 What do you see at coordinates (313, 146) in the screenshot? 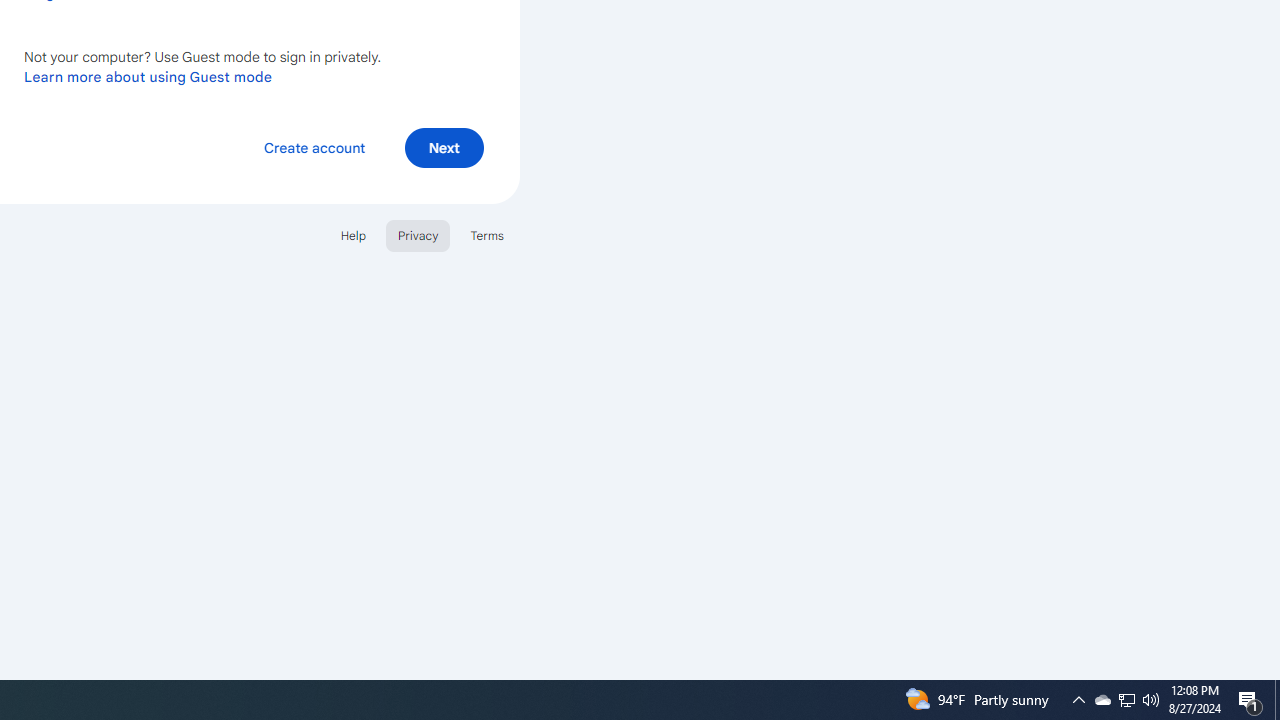
I see `'Create account'` at bounding box center [313, 146].